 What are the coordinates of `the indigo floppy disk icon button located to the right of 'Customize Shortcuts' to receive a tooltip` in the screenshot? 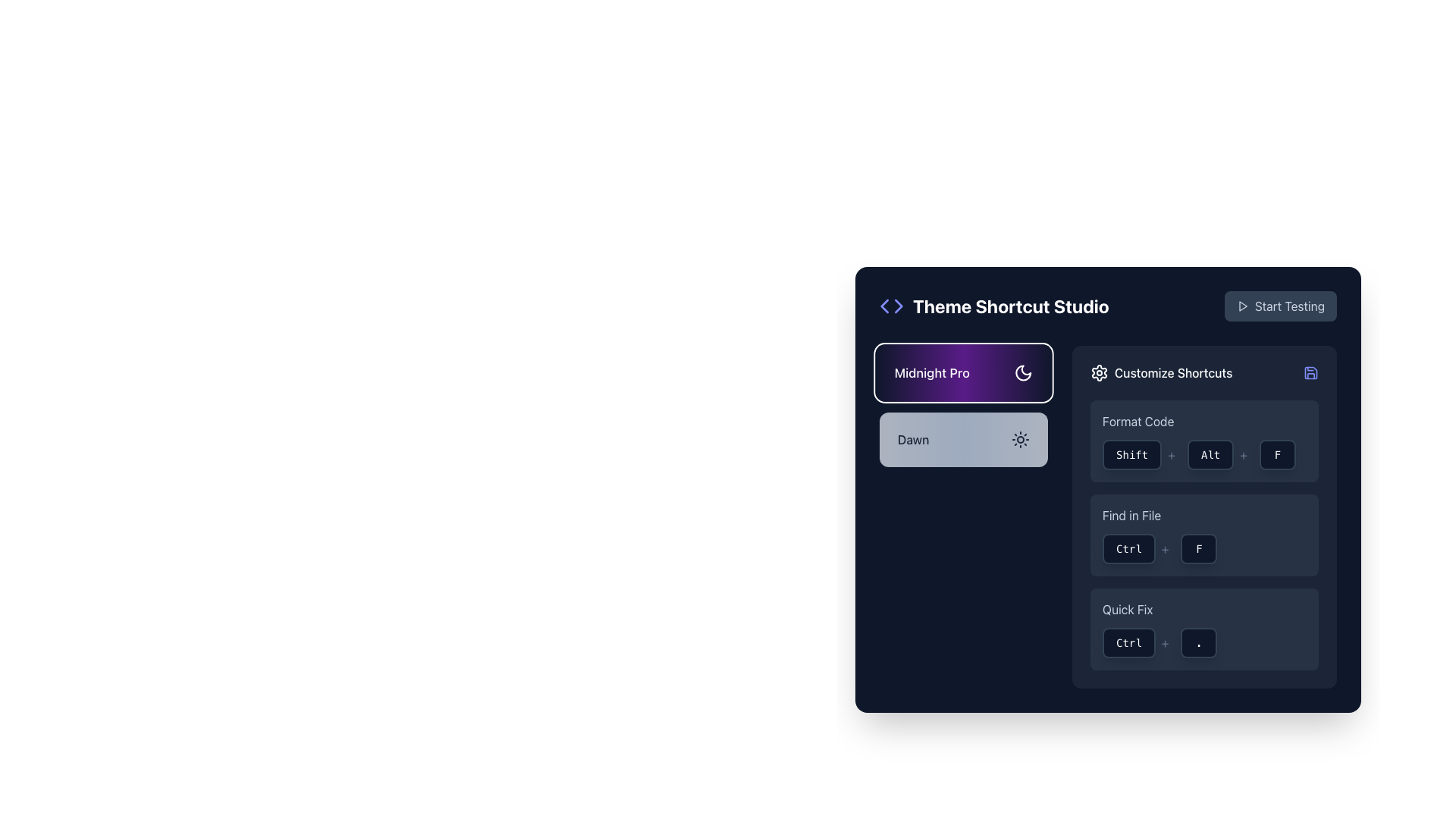 It's located at (1310, 373).